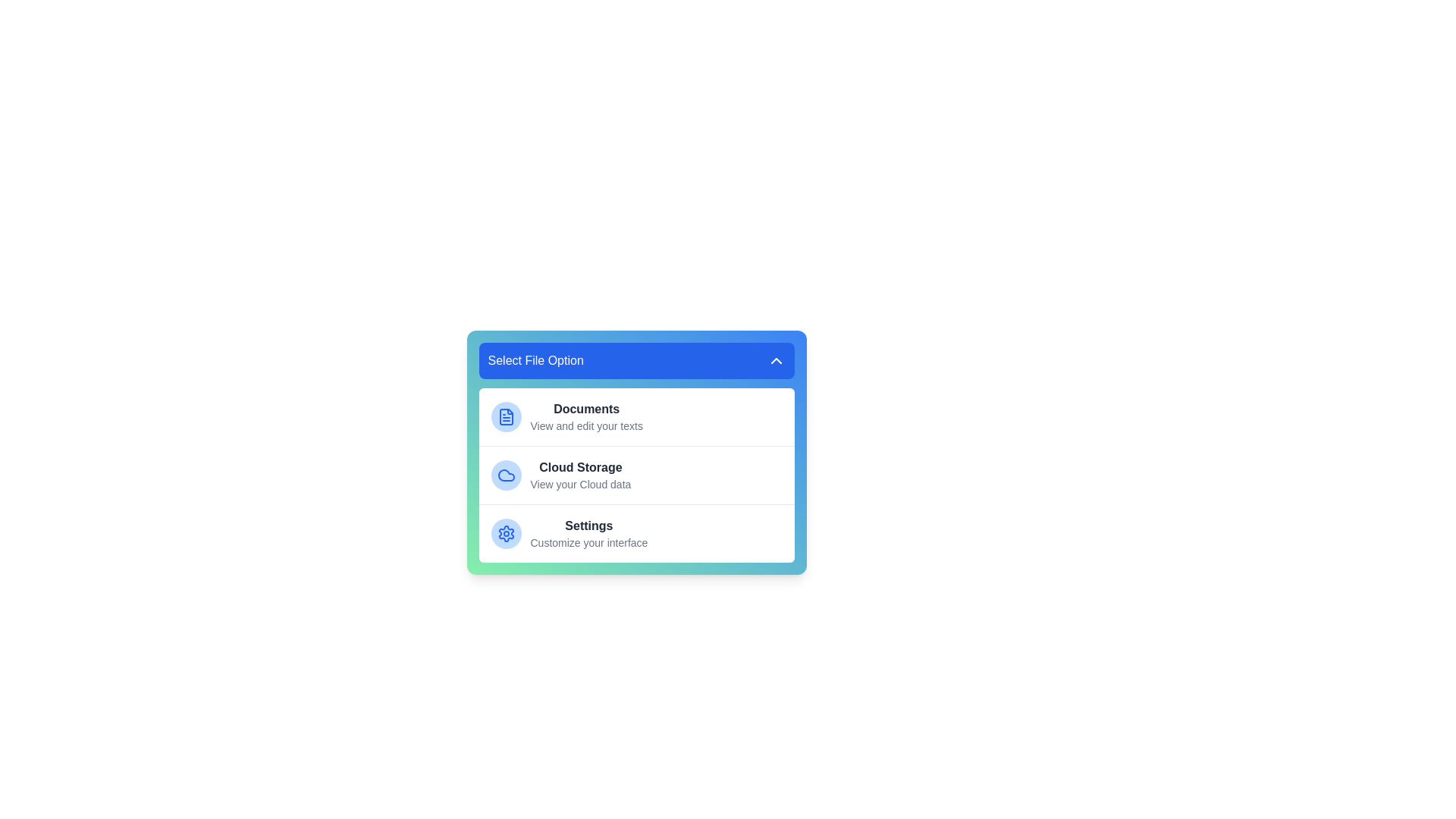  What do you see at coordinates (636, 532) in the screenshot?
I see `the rectangular 'Settings' button, which has a blue settings icon and bold black text` at bounding box center [636, 532].